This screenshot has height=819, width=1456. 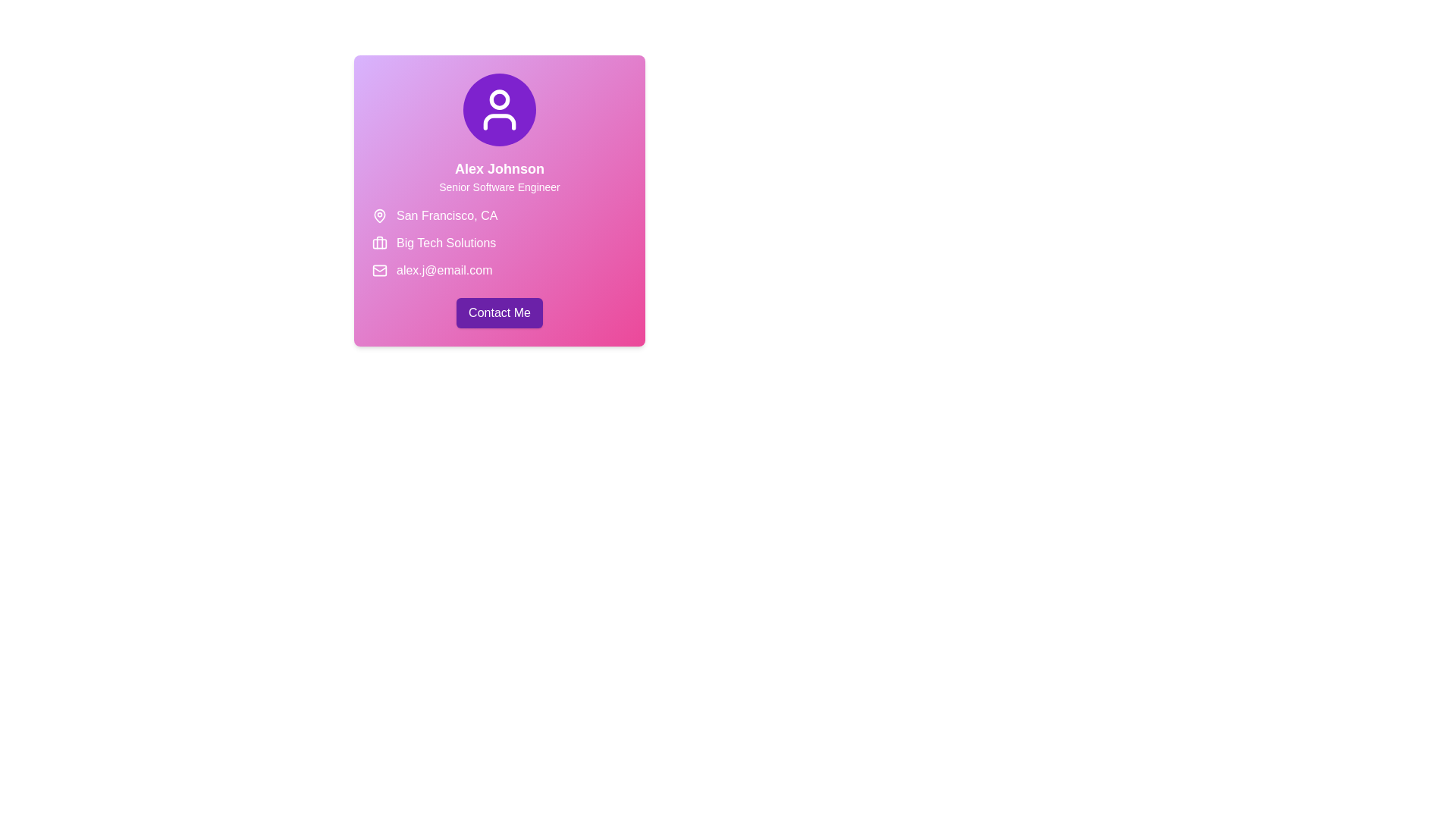 What do you see at coordinates (499, 312) in the screenshot?
I see `the 'Contact Me' button, which has a deep purple background and white text` at bounding box center [499, 312].